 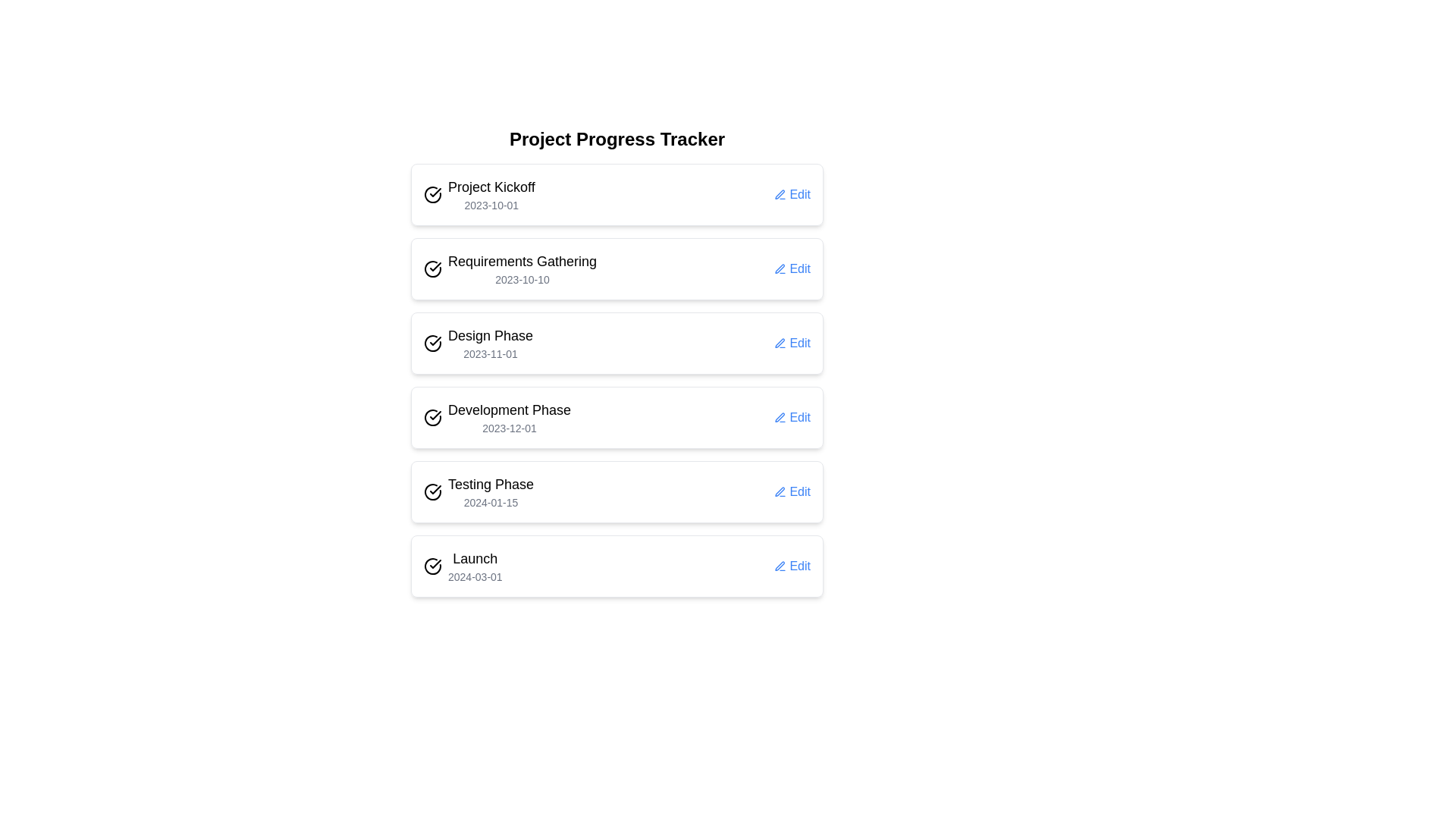 I want to click on the circular icon with a checkmark located to the left of the text 'Project Kickoff' and above '2023-10-01', so click(x=432, y=194).